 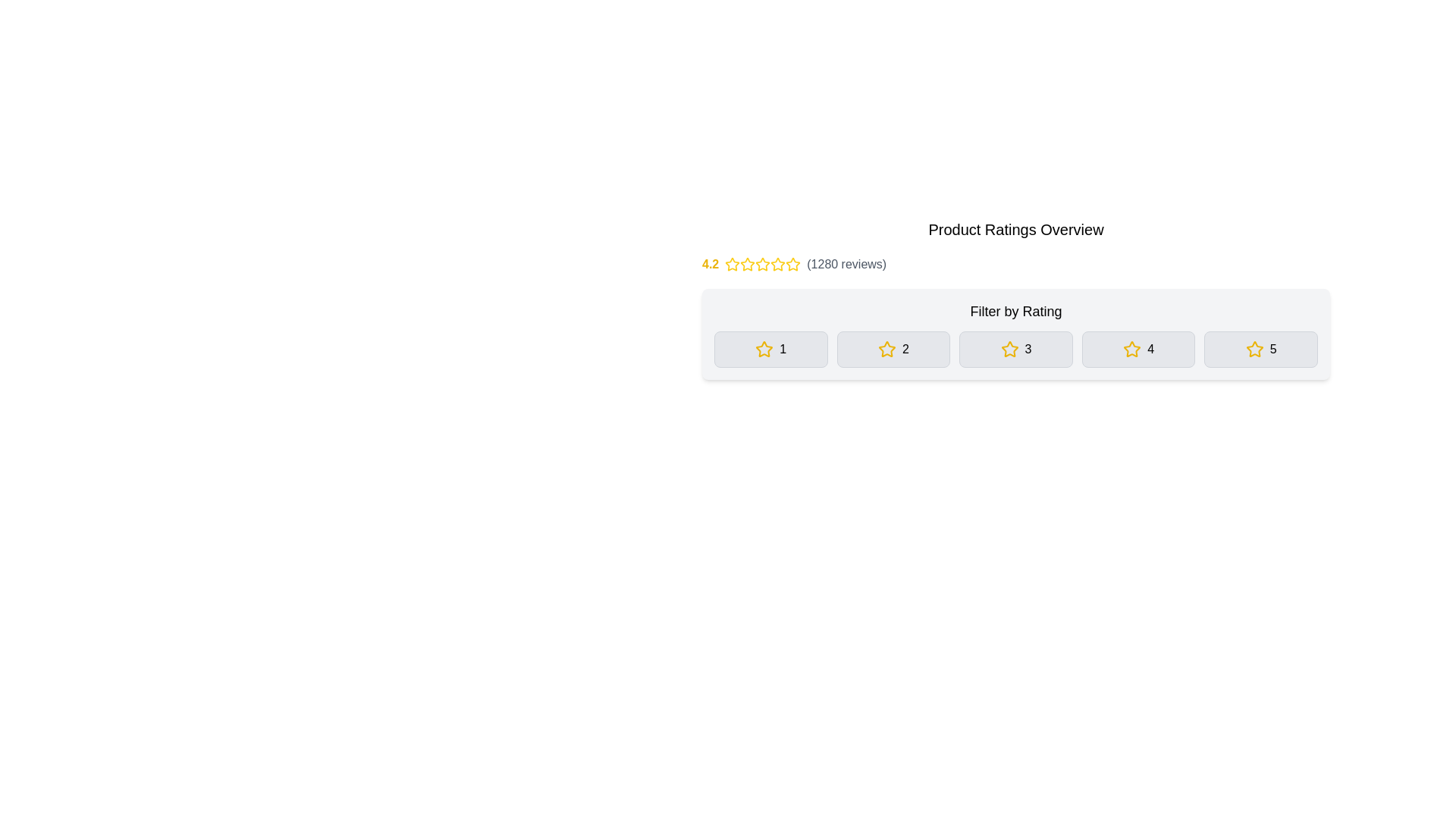 What do you see at coordinates (733, 263) in the screenshot?
I see `the first star rating icon, which visually represents the star rating in the review system, located to the right of the numerical rating value of 4.2` at bounding box center [733, 263].